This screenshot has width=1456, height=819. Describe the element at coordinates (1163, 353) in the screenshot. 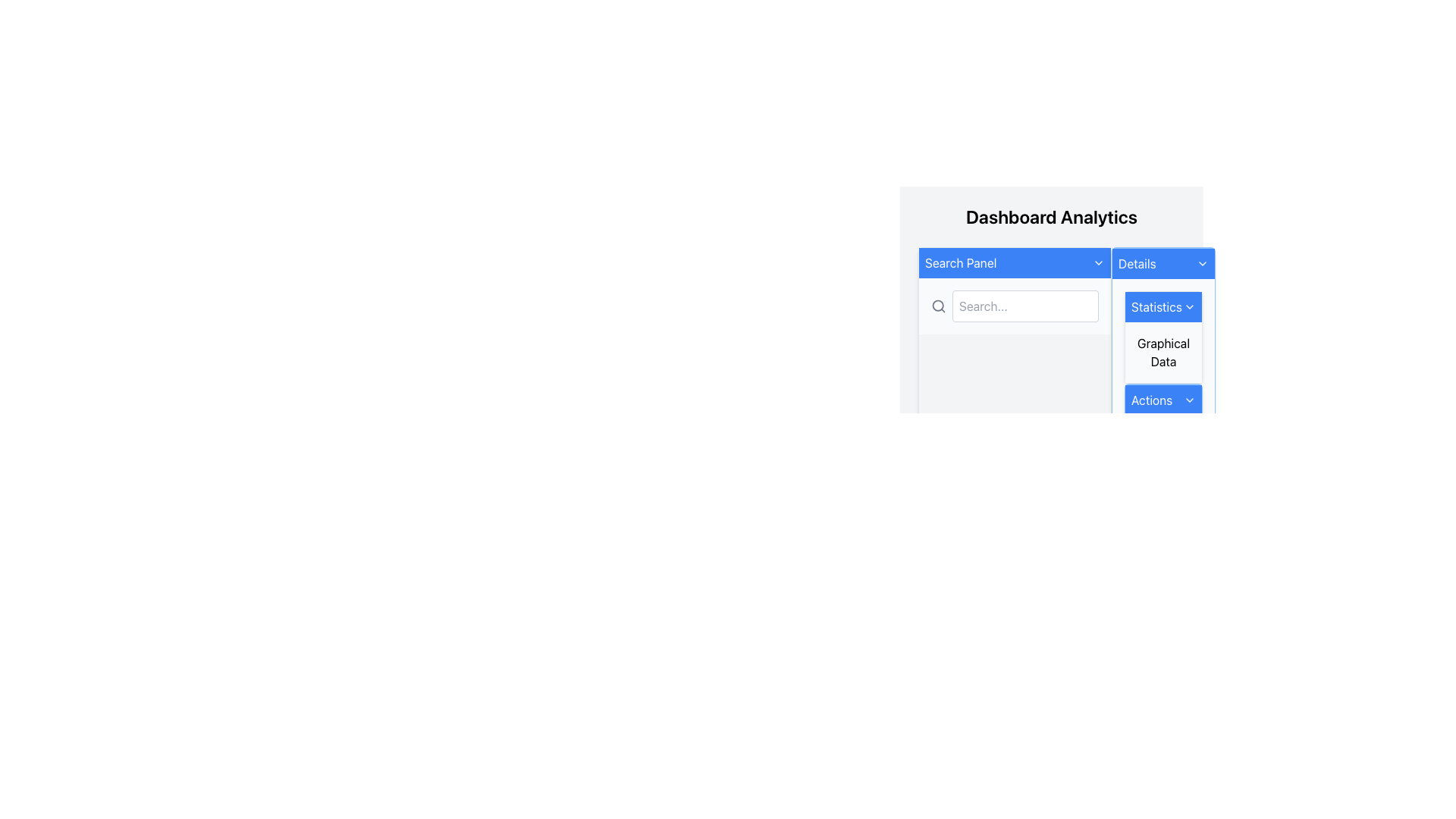

I see `text content of the descriptive label located in the gray box within the 'Details' section on the right side of the interface` at that location.